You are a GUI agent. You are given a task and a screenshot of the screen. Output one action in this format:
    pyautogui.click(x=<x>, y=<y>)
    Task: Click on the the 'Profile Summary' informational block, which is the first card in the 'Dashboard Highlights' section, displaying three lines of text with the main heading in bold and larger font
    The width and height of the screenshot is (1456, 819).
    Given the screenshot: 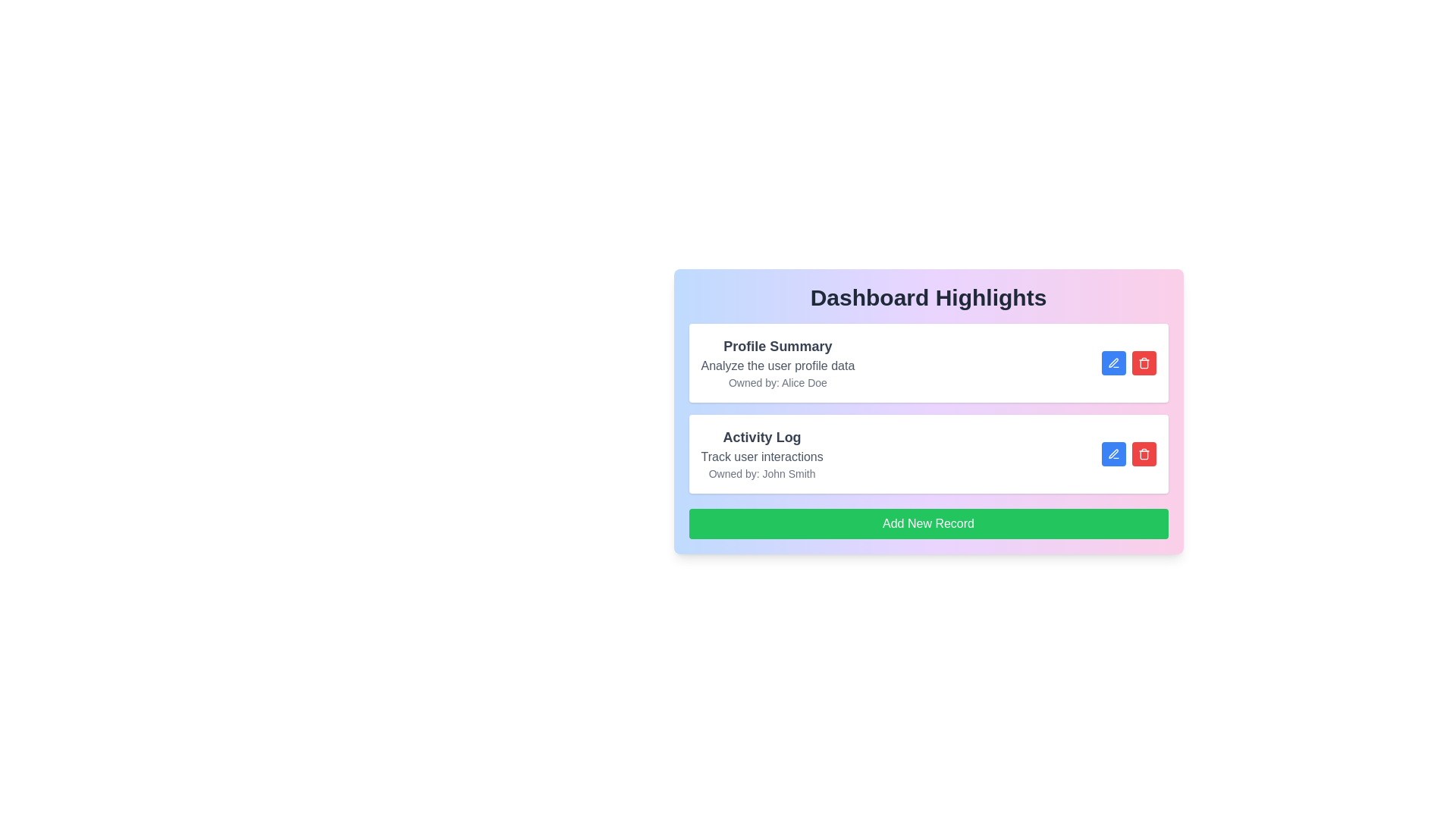 What is the action you would take?
    pyautogui.click(x=777, y=362)
    